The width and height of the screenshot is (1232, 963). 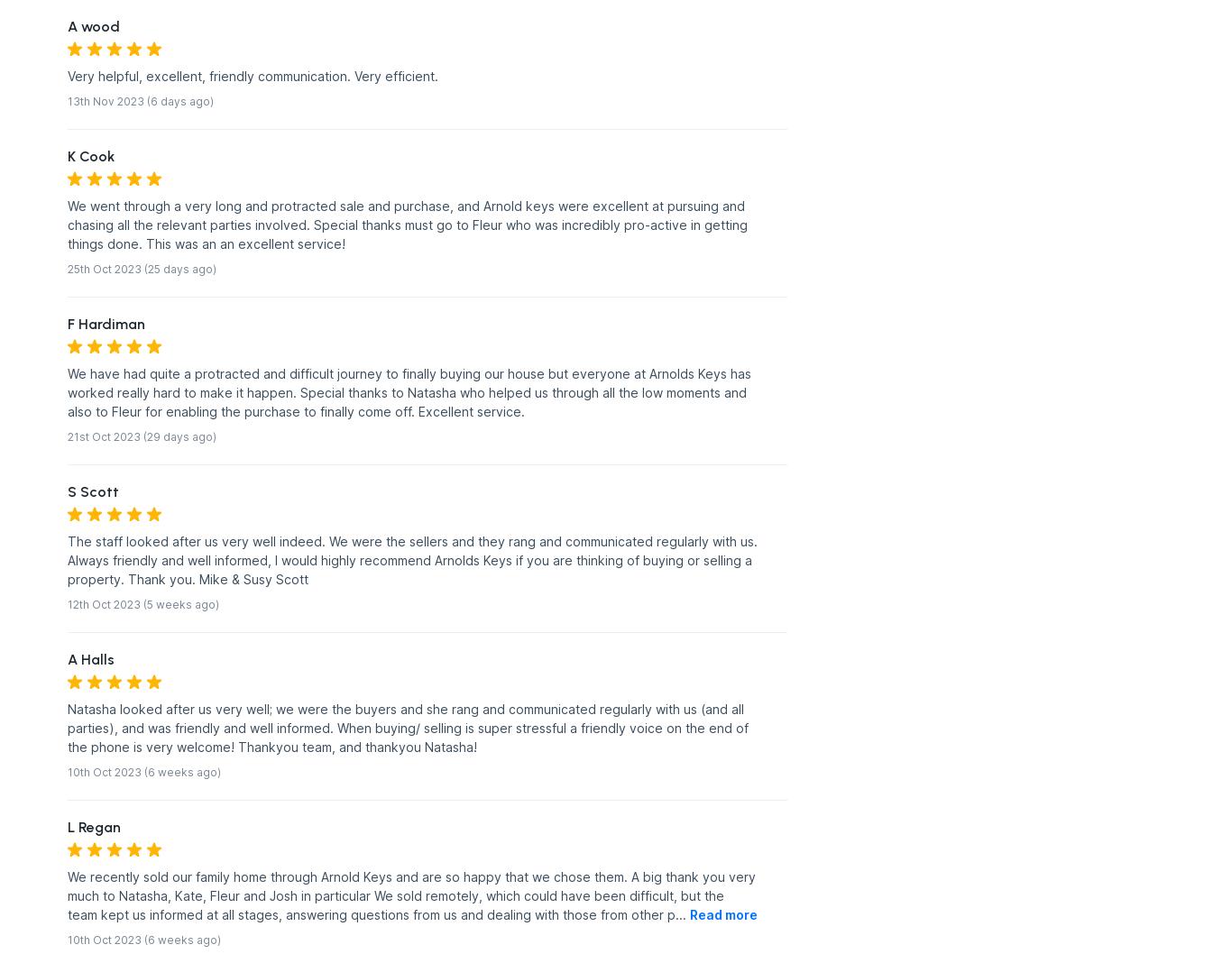 I want to click on 'We recently sold our family home through Arnold Keys and are so happy that we chose them. A big thank you very', so click(x=411, y=876).